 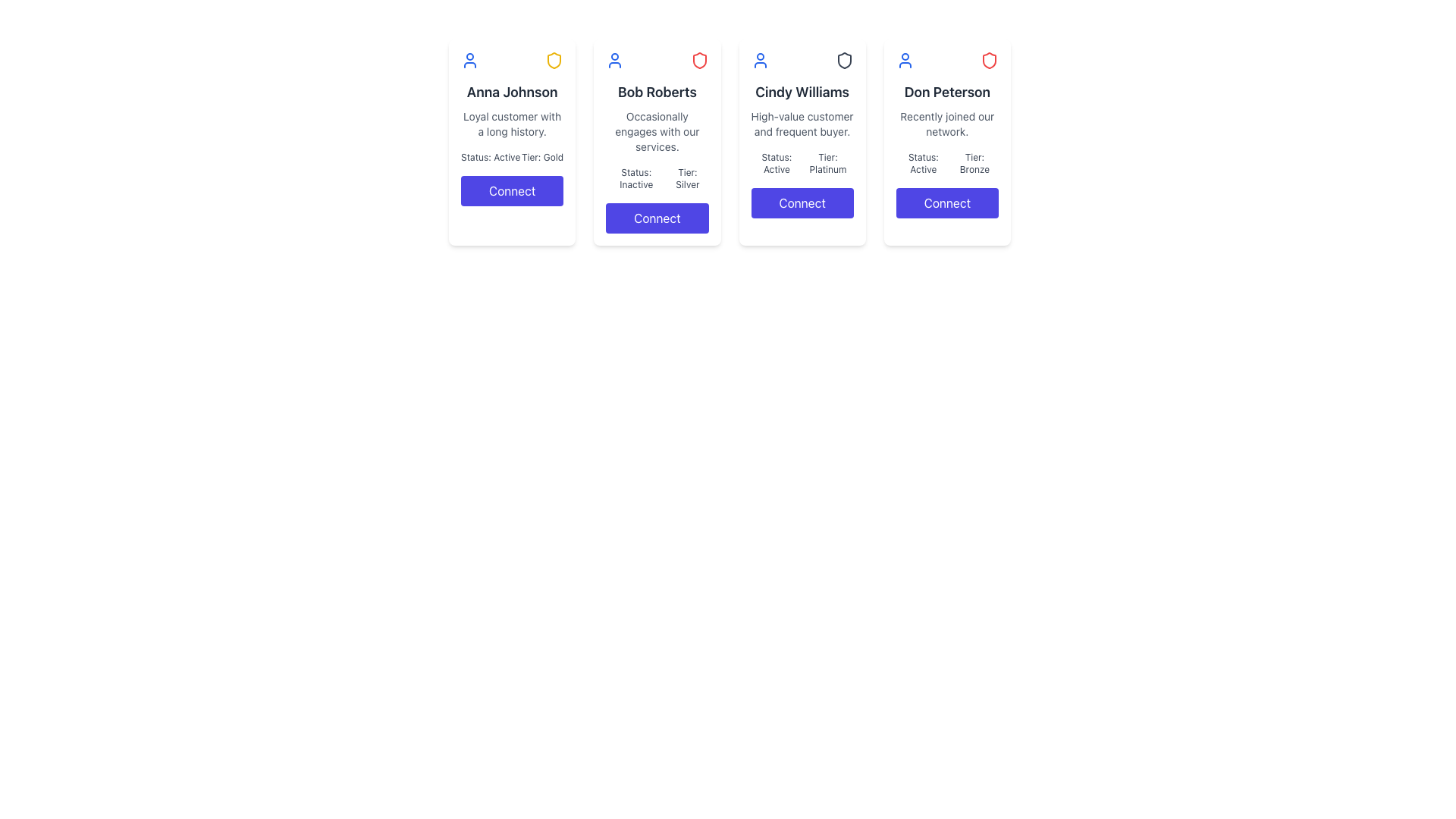 I want to click on the header text element that serves as the title or name of the individual in the third card of a horizontally aligned group of four cards, so click(x=802, y=93).